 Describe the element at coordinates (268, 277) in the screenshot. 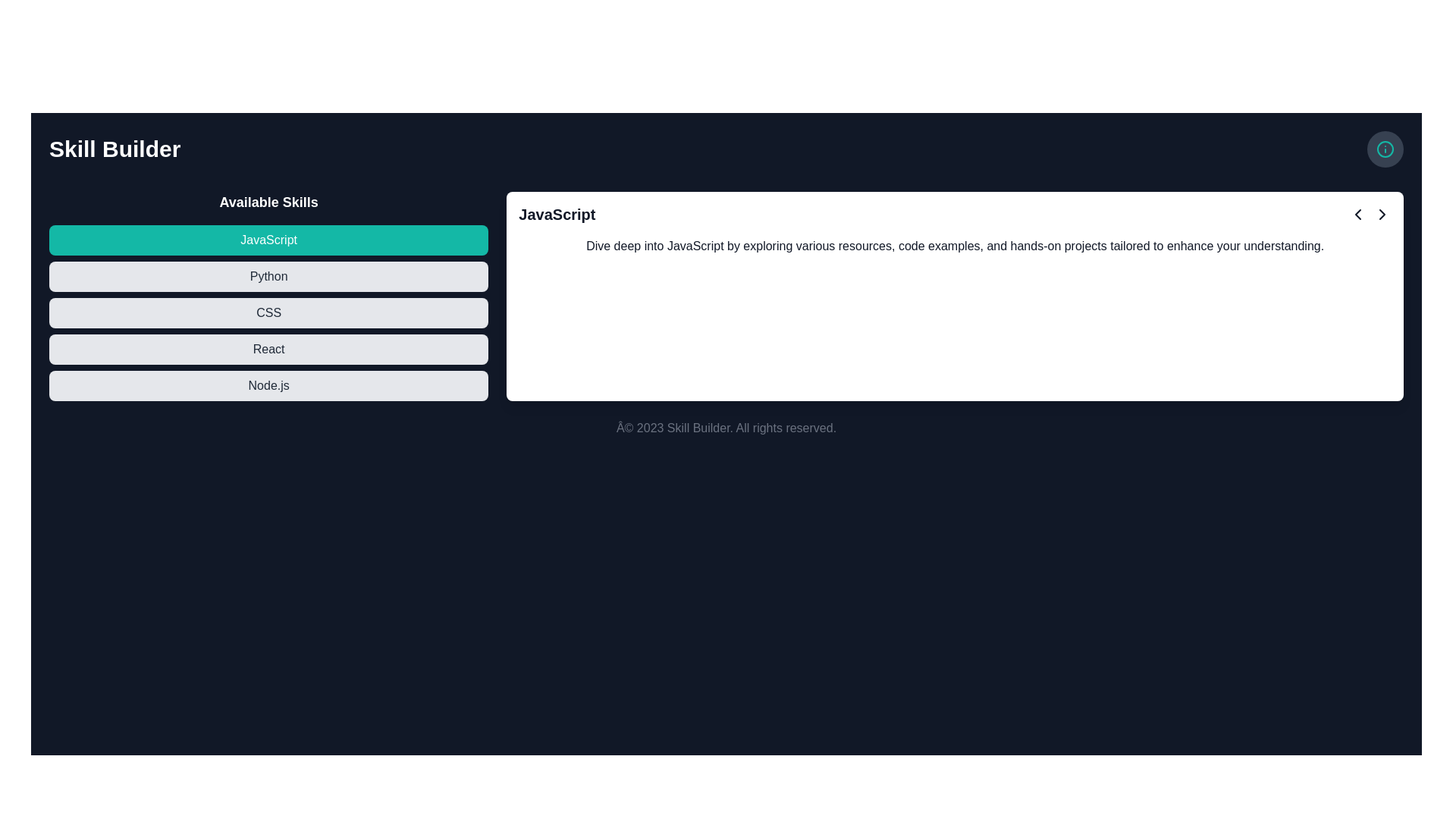

I see `the button` at that location.